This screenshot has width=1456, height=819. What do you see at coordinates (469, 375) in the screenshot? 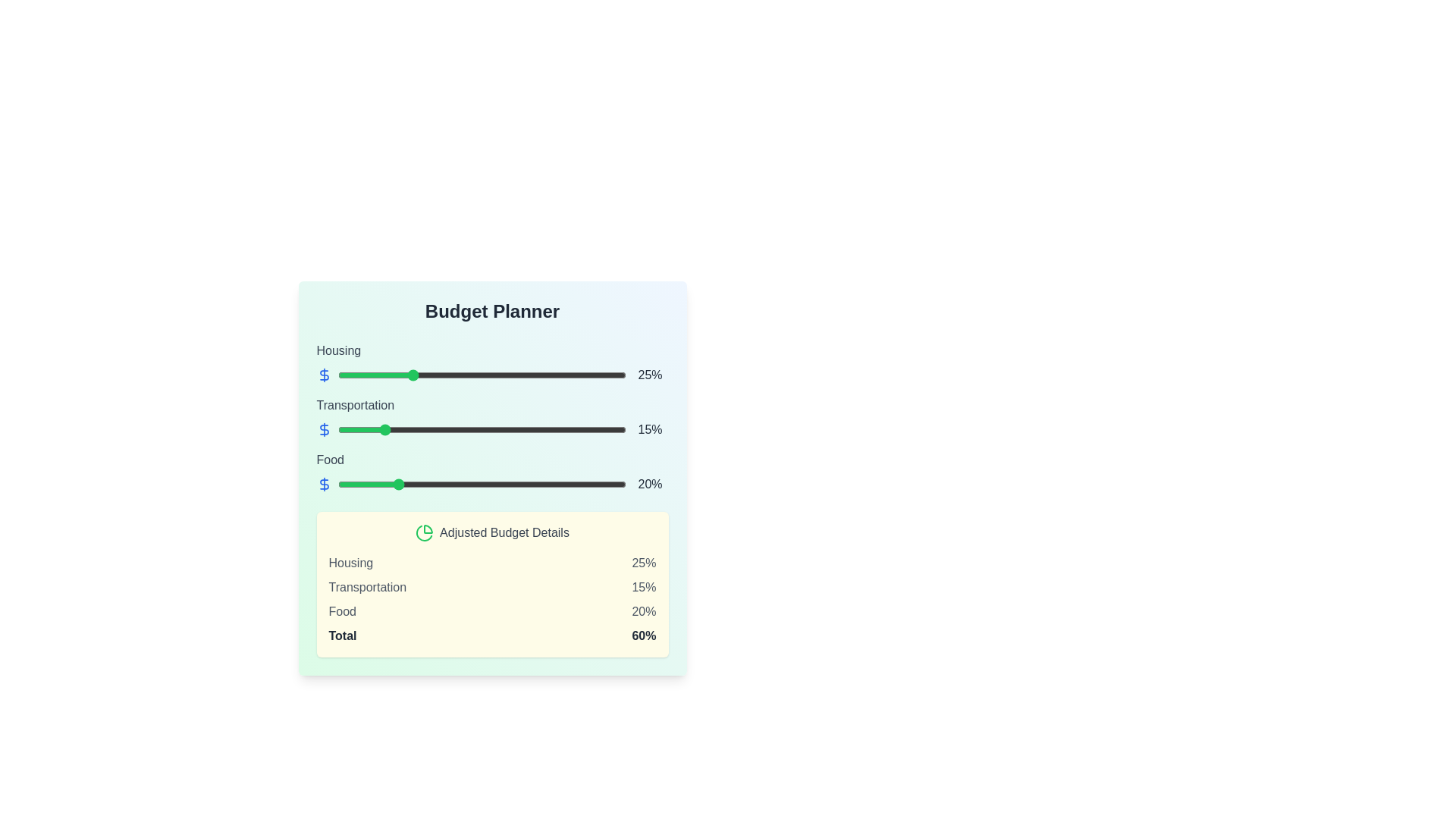
I see `the housing budget slider` at bounding box center [469, 375].